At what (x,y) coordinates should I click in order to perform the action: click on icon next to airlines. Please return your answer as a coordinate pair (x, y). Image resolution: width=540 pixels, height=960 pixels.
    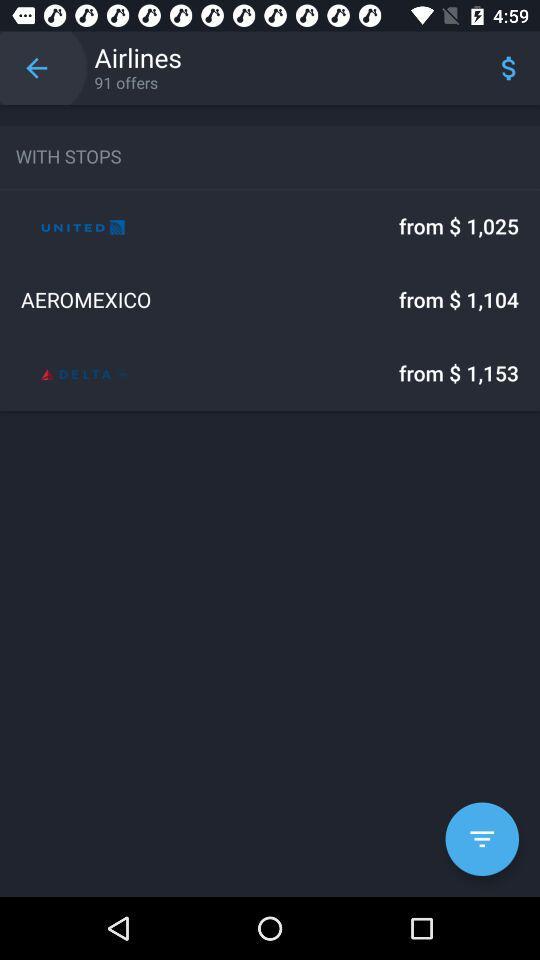
    Looking at the image, I should click on (36, 68).